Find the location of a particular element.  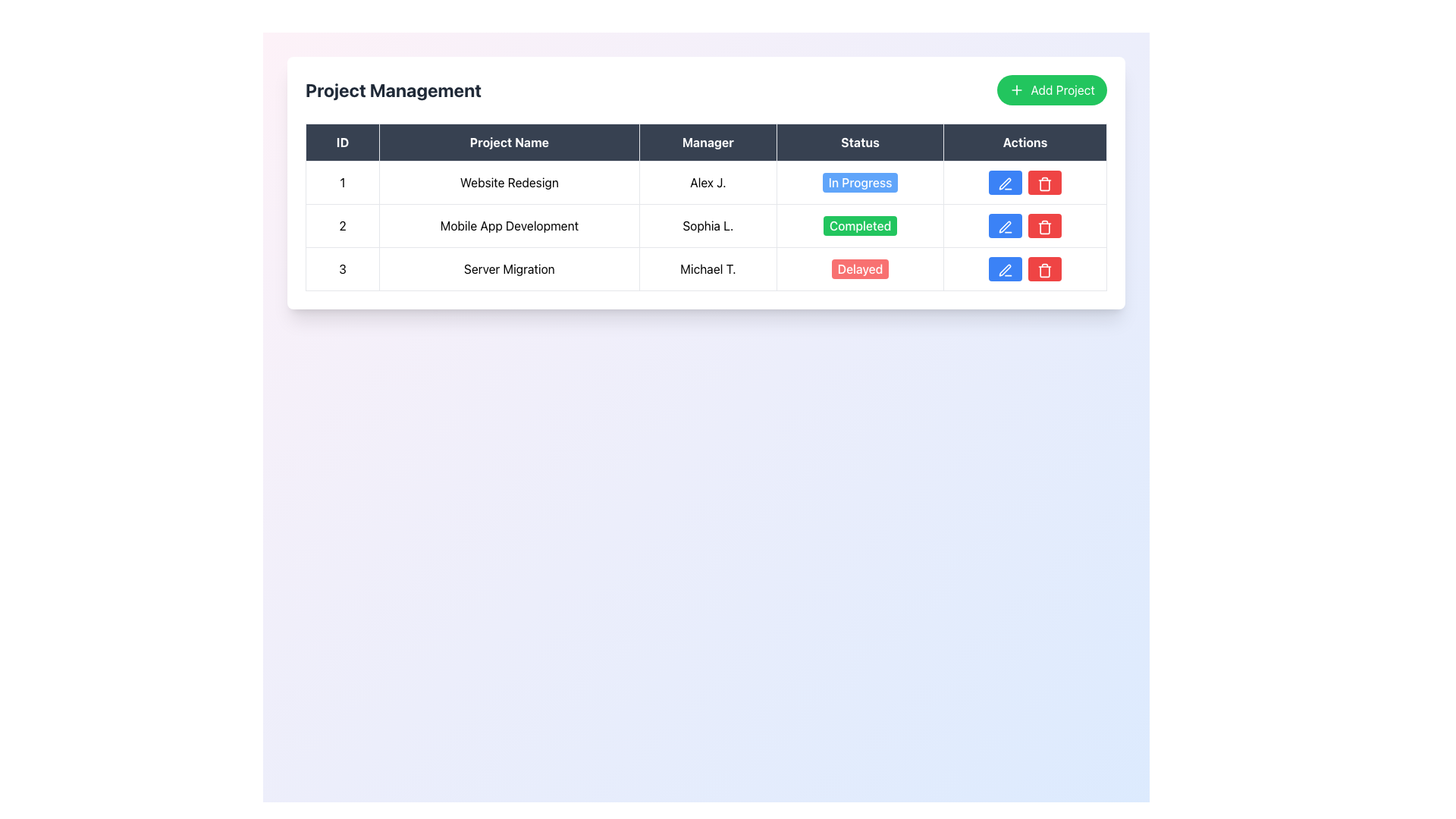

the text label element containing 'Mobile App Development' in the second row of the 'Project Name' column of the table is located at coordinates (509, 225).